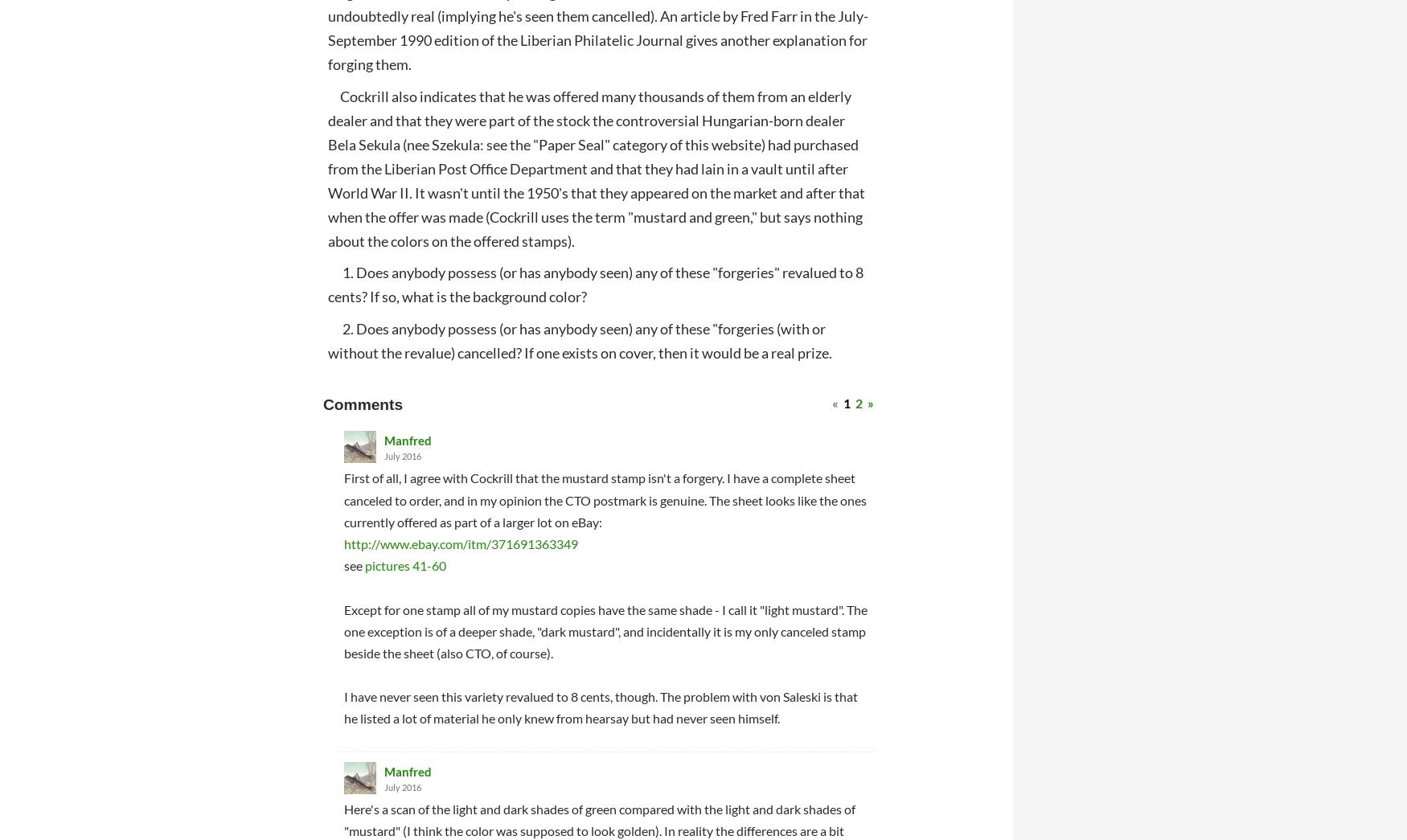 Image resolution: width=1407 pixels, height=840 pixels. What do you see at coordinates (605, 630) in the screenshot?
I see `'Except for one stamp all of my mustard copies have the same shade - I call it "light mustard". The one exception is of a deeper shade, "dark mustard", and incidentally it is my only canceled stamp beside the sheet (also CTO, of course).'` at bounding box center [605, 630].